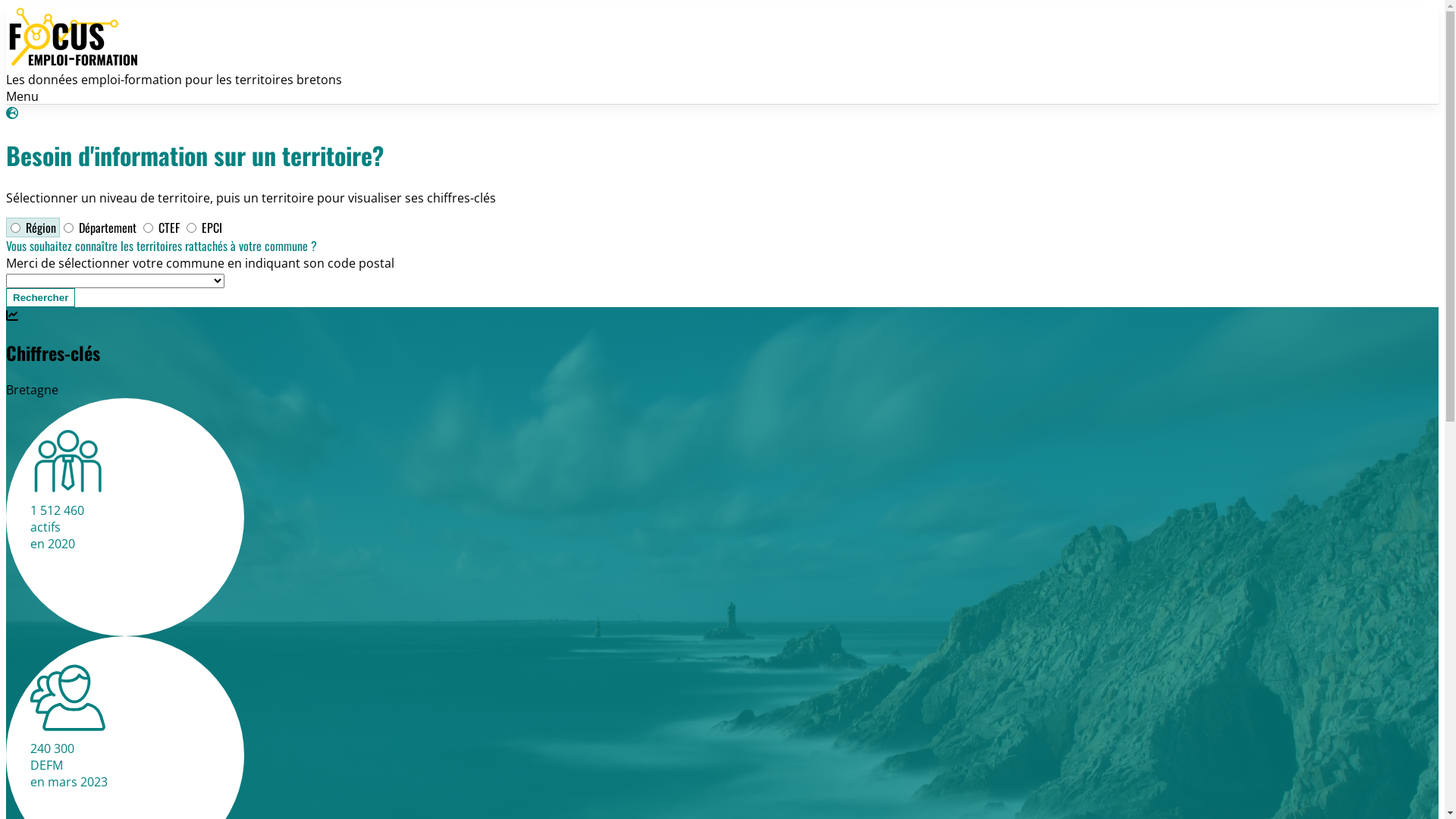 Image resolution: width=1456 pixels, height=819 pixels. Describe the element at coordinates (40, 297) in the screenshot. I see `'Rechercher'` at that location.